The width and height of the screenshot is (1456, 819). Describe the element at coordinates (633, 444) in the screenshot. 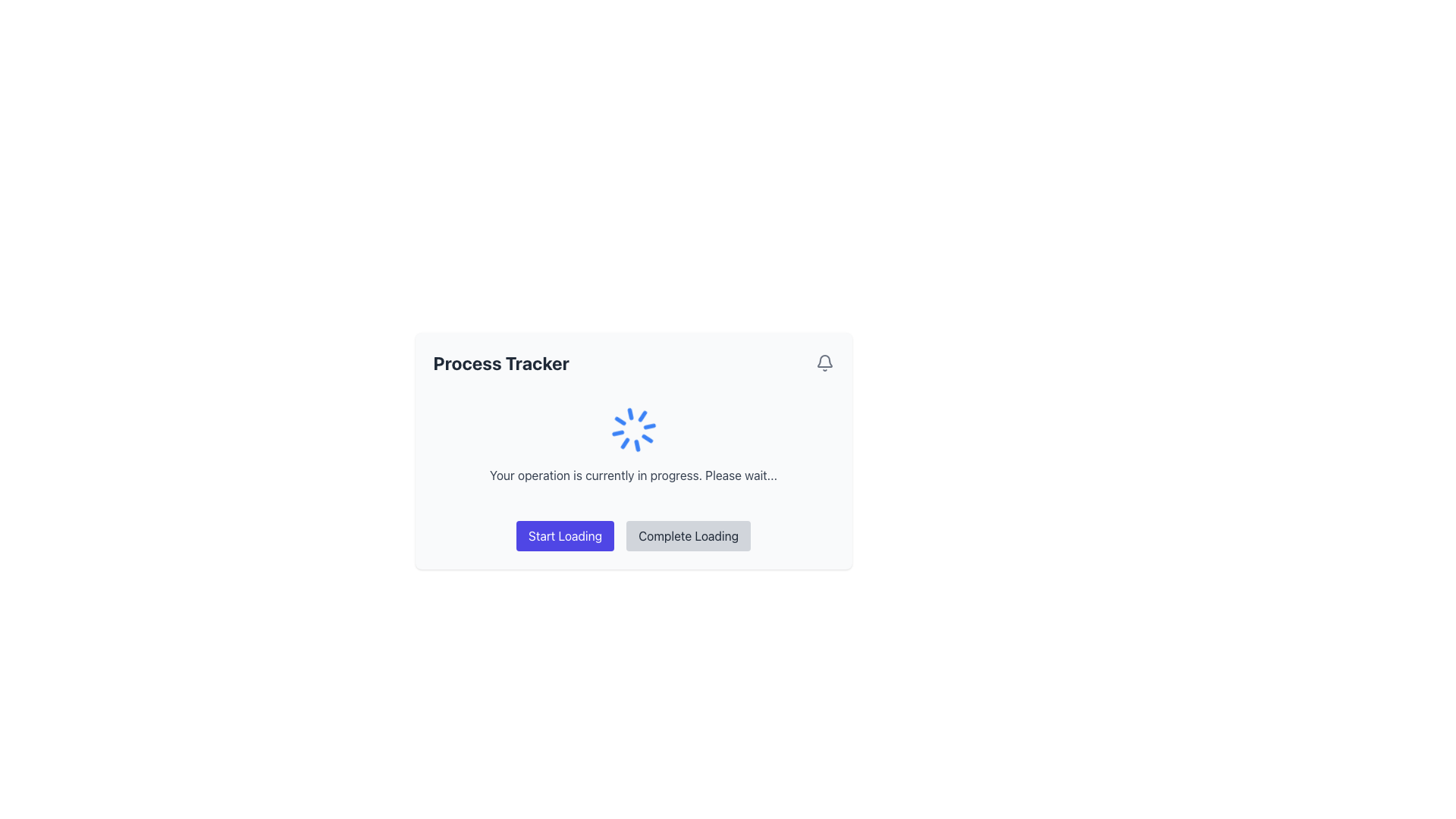

I see `the spinner animation in the 'Process Tracker' section which indicates that the operation is currently in progress` at that location.